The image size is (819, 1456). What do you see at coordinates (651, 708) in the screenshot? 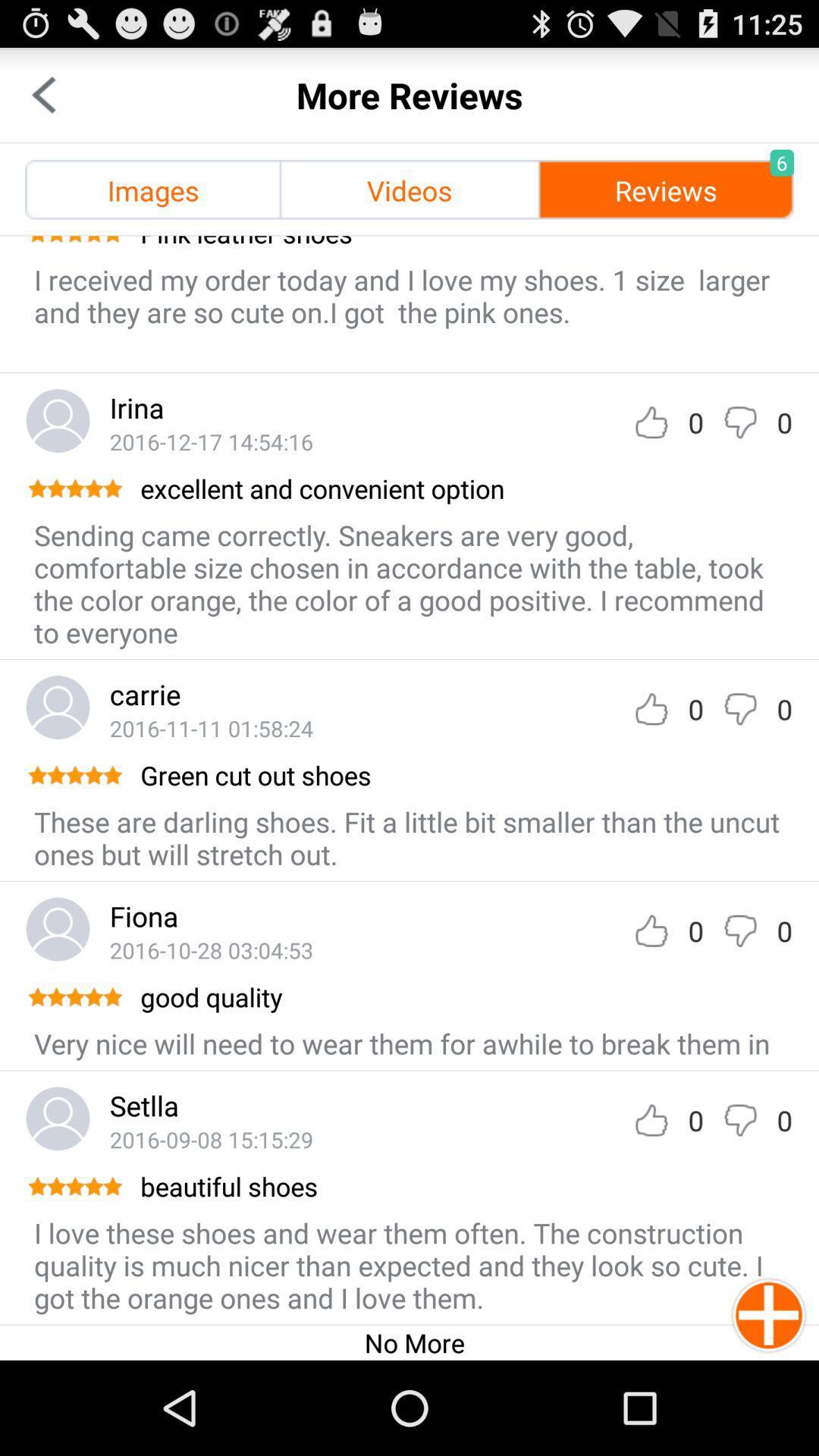
I see `like the review` at bounding box center [651, 708].